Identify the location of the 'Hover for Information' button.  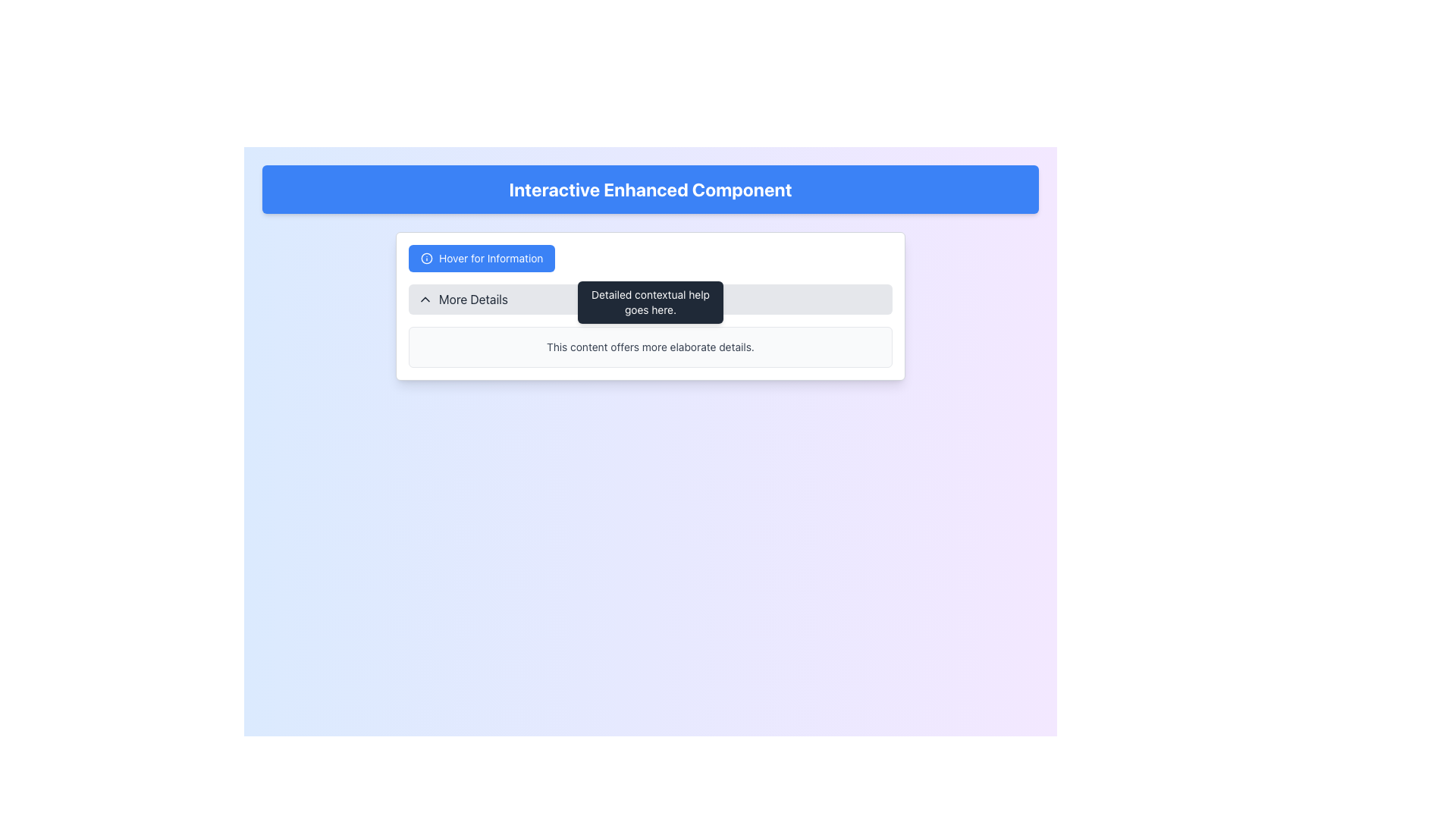
(651, 257).